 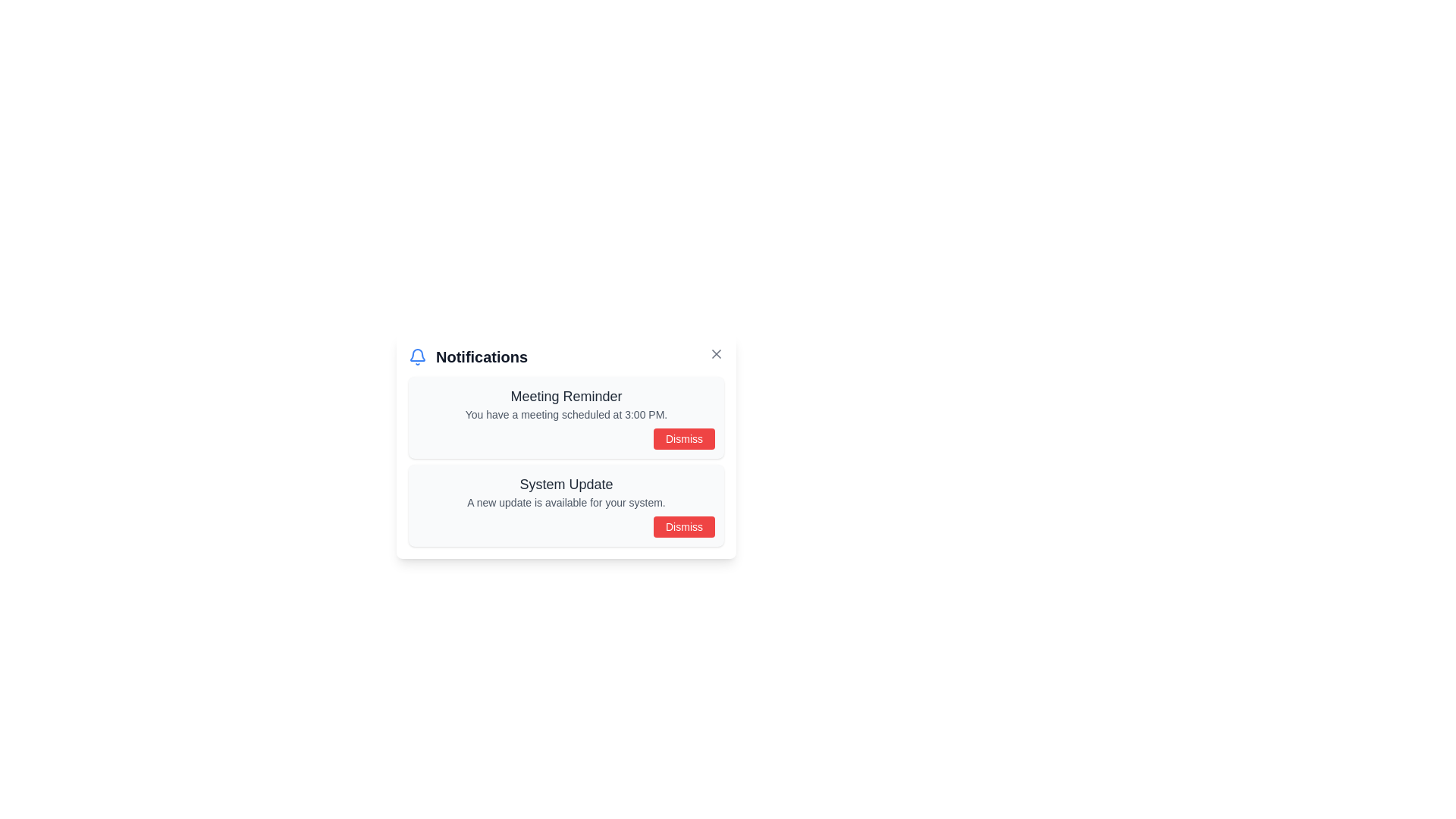 What do you see at coordinates (716, 353) in the screenshot?
I see `the decorative line segment that forms part of the close or dismiss icon for the notification popup, located in the top-right corner of the notification interface` at bounding box center [716, 353].